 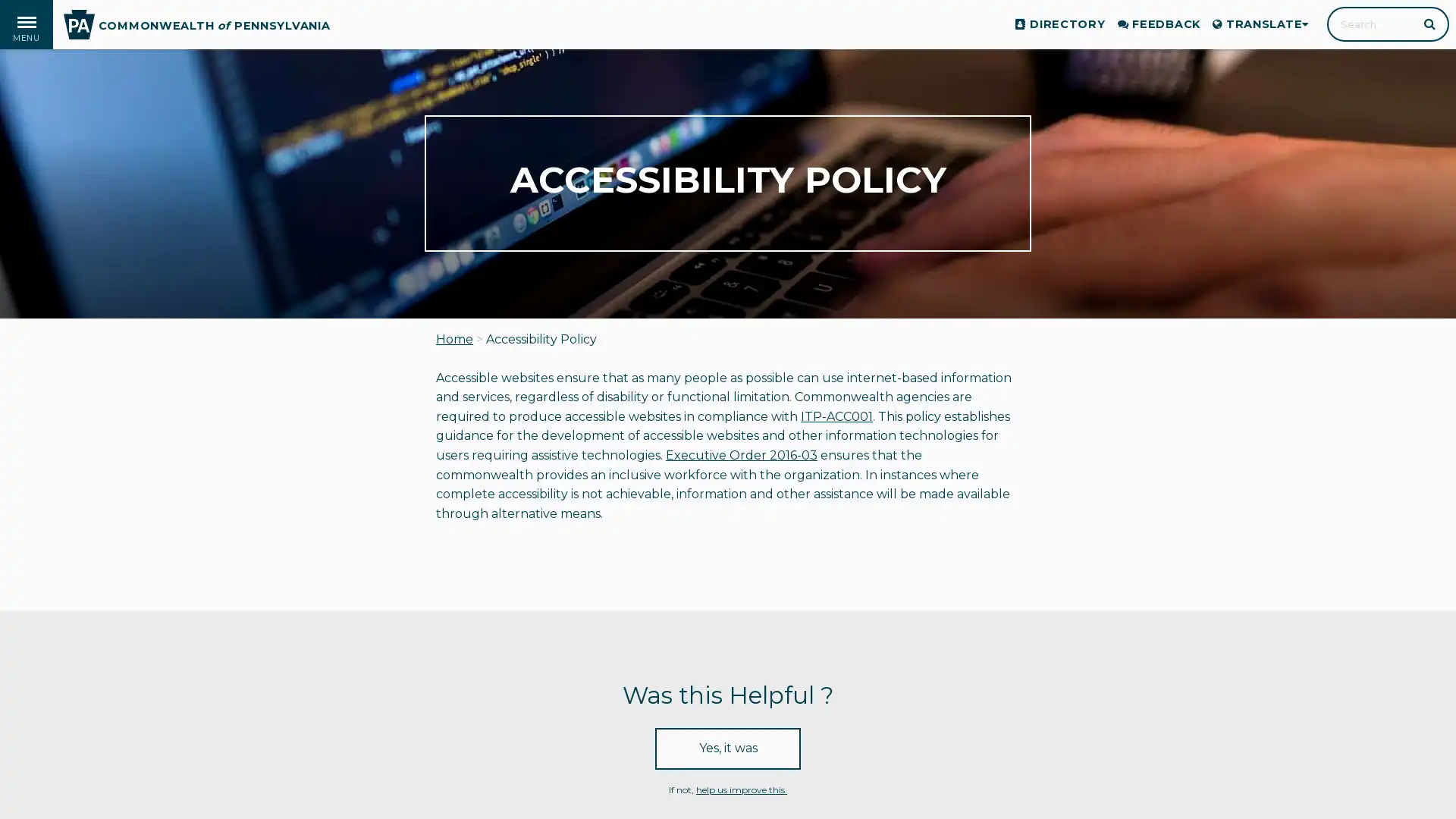 I want to click on Search, so click(x=1430, y=23).